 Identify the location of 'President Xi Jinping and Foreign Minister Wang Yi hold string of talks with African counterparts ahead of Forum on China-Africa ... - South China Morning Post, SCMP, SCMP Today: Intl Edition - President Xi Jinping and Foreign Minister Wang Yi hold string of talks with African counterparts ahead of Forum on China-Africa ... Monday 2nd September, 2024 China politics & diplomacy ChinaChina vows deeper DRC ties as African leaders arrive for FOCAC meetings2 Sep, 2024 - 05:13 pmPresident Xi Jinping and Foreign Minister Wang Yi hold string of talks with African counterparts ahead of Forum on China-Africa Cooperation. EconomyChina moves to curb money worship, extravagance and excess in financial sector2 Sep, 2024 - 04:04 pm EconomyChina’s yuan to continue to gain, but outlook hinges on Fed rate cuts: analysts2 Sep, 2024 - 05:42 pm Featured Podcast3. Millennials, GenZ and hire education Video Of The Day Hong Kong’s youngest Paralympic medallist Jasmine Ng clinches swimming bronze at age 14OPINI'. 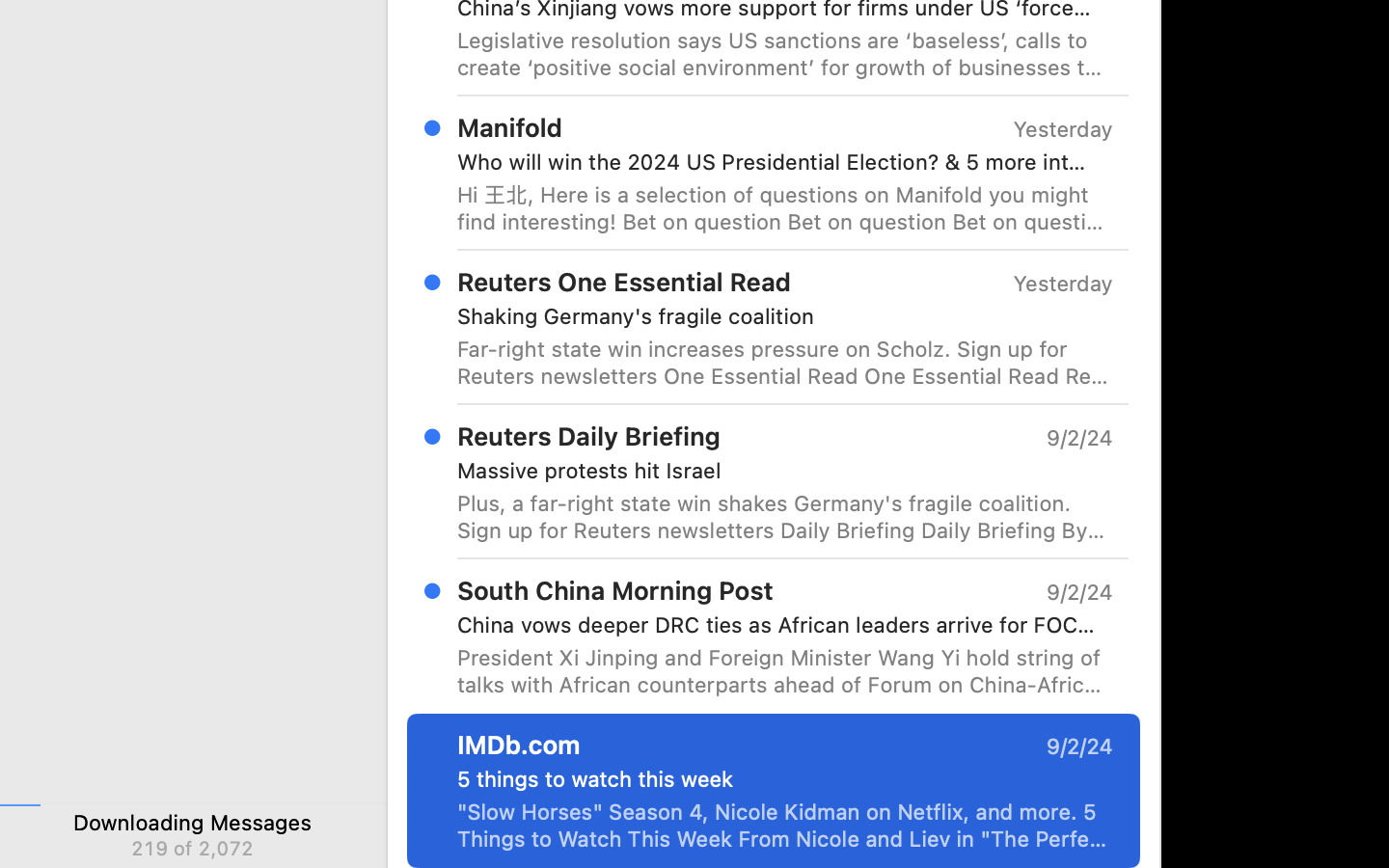
(785, 669).